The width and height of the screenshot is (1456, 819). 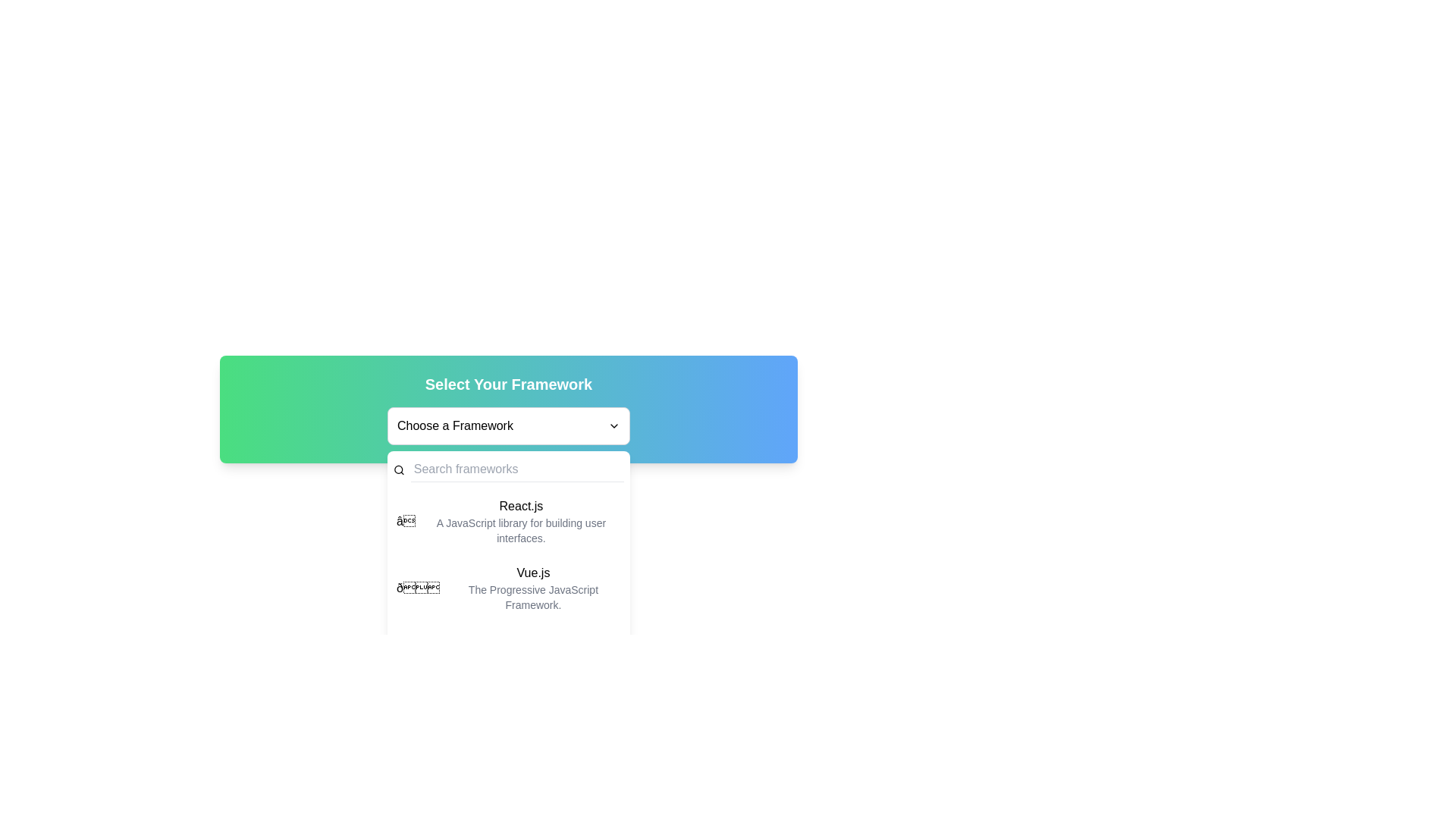 What do you see at coordinates (418, 587) in the screenshot?
I see `the Unicode emoji '🌟' which is styled with a class 'mr-2' and is positioned at the beginning of the row containing 'Vue.js'` at bounding box center [418, 587].